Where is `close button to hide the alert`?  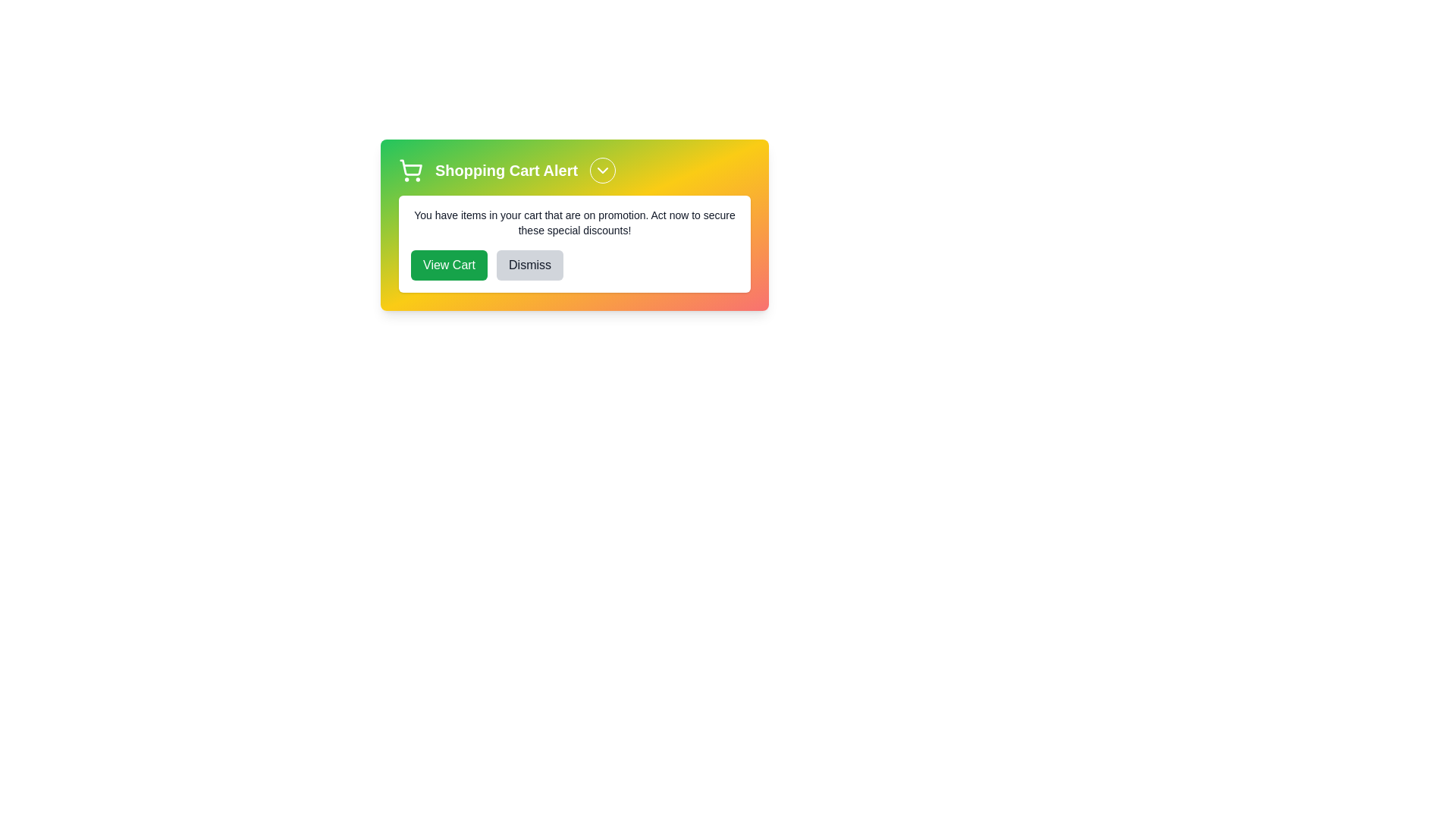 close button to hide the alert is located at coordinates (602, 170).